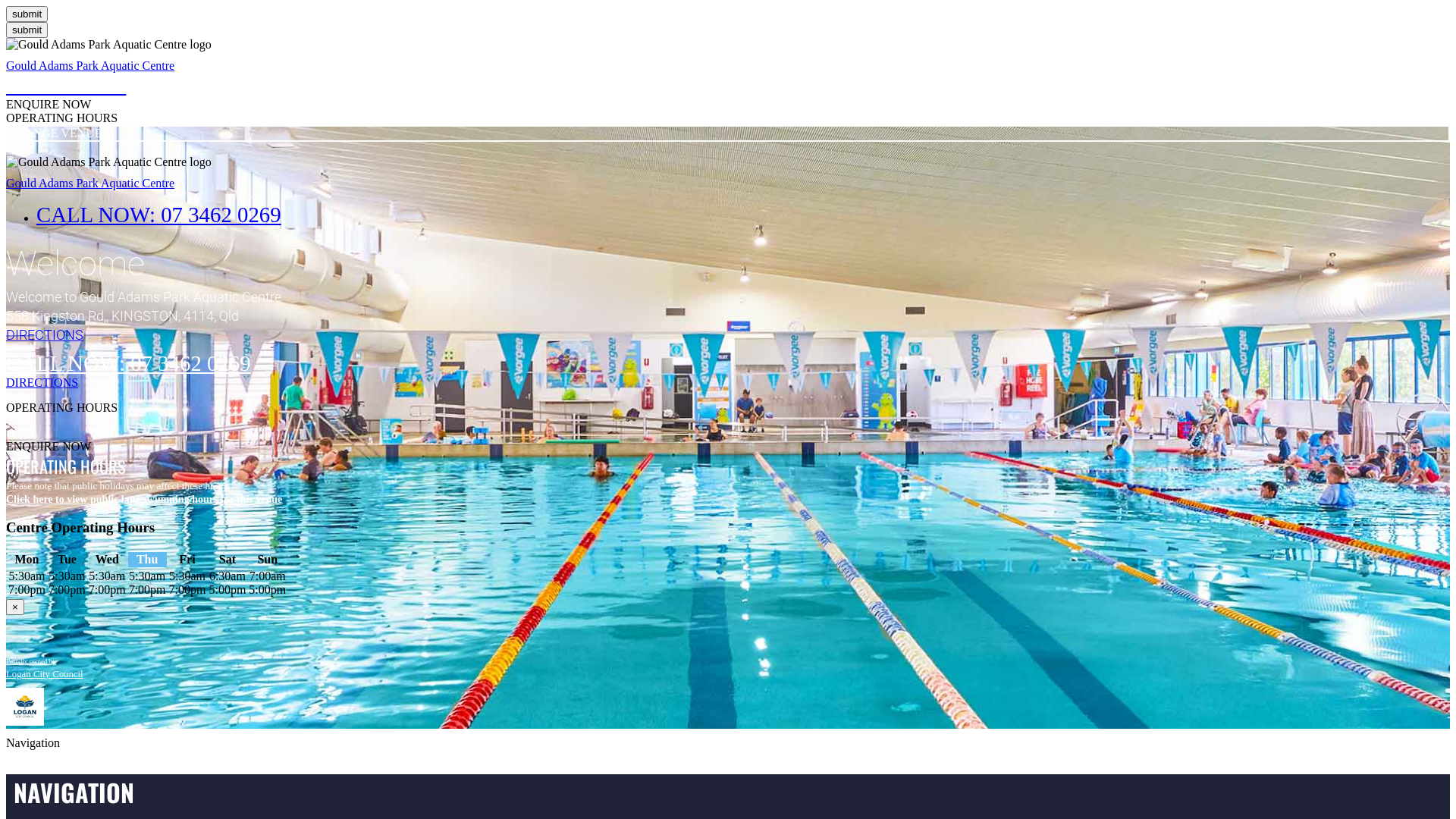  Describe the element at coordinates (144, 499) in the screenshot. I see `'Click here to view public lane swimming hours for this venue'` at that location.